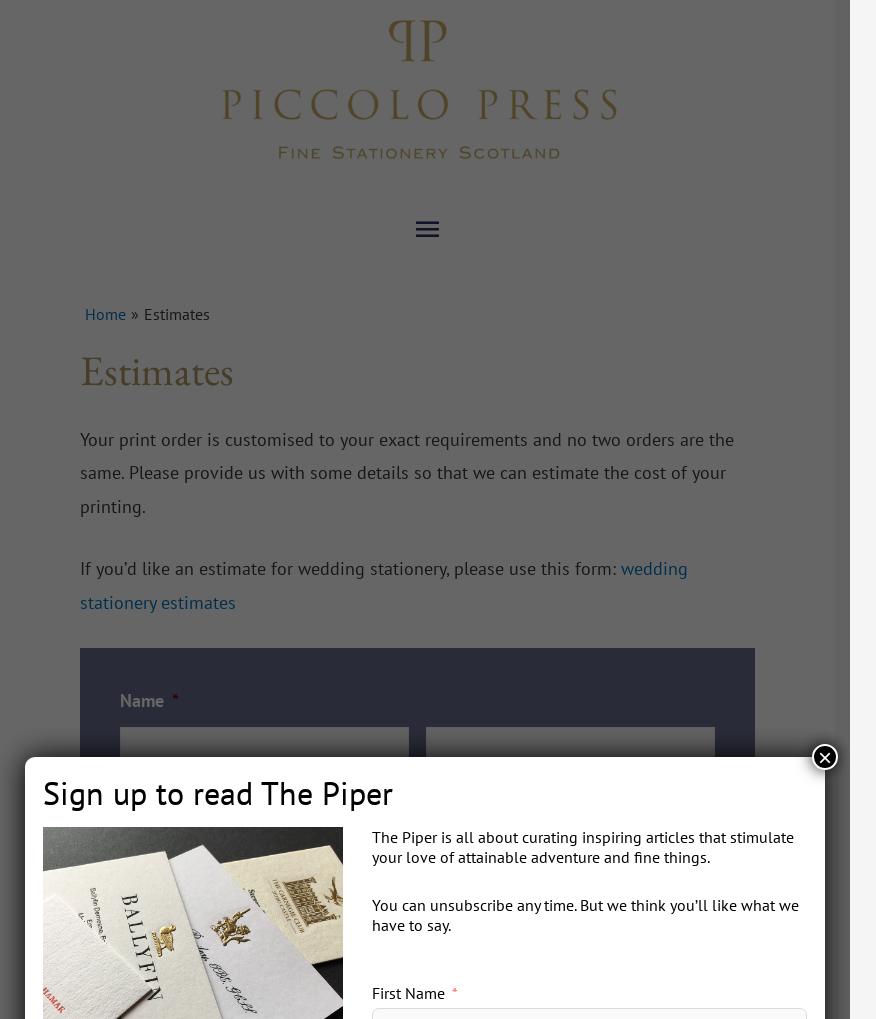  I want to click on 'Email address', so click(173, 831).